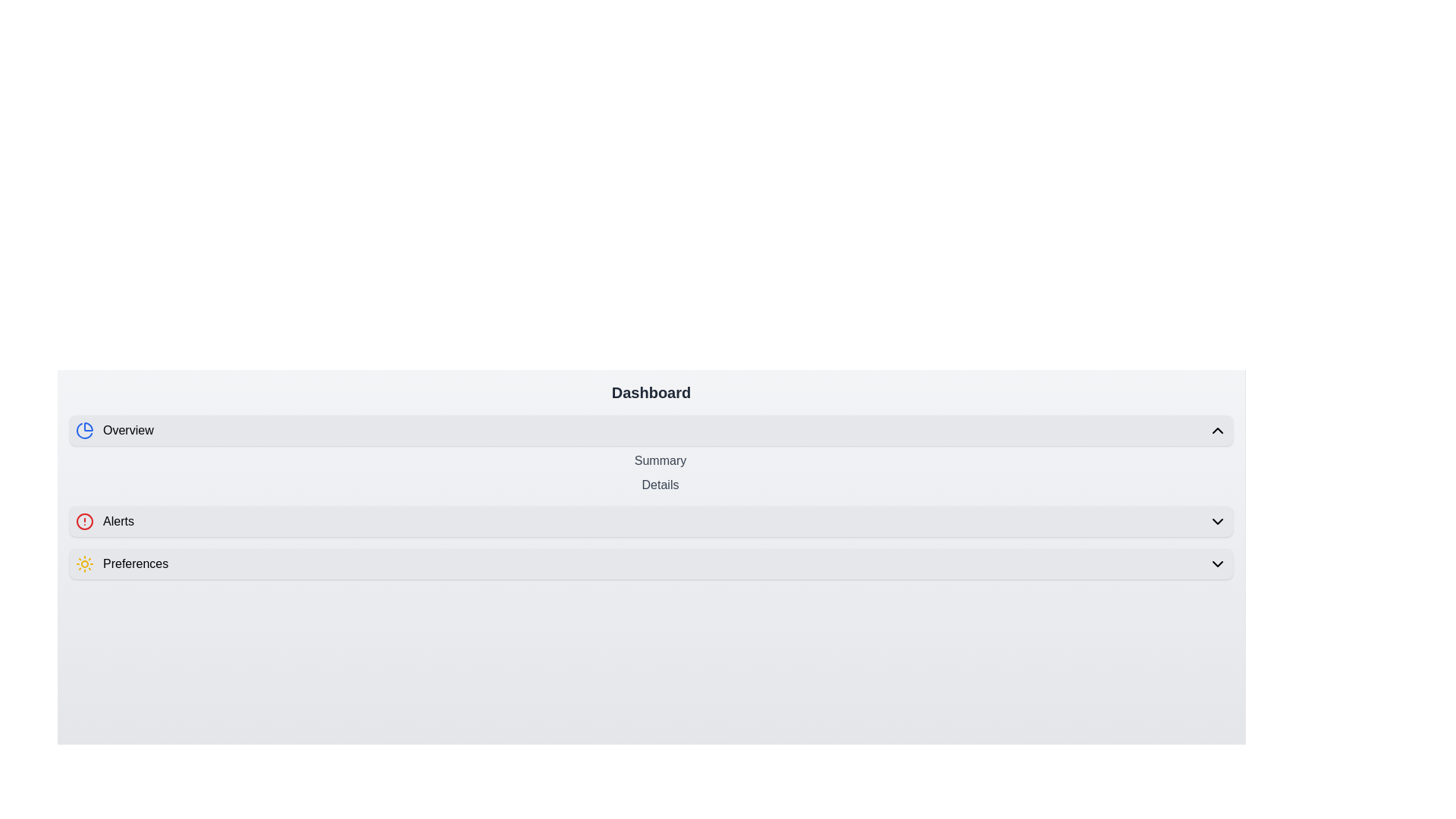  I want to click on the 'Preferences' text label located in the 'Dashboard' interface under the 'Alerts' section, so click(136, 564).